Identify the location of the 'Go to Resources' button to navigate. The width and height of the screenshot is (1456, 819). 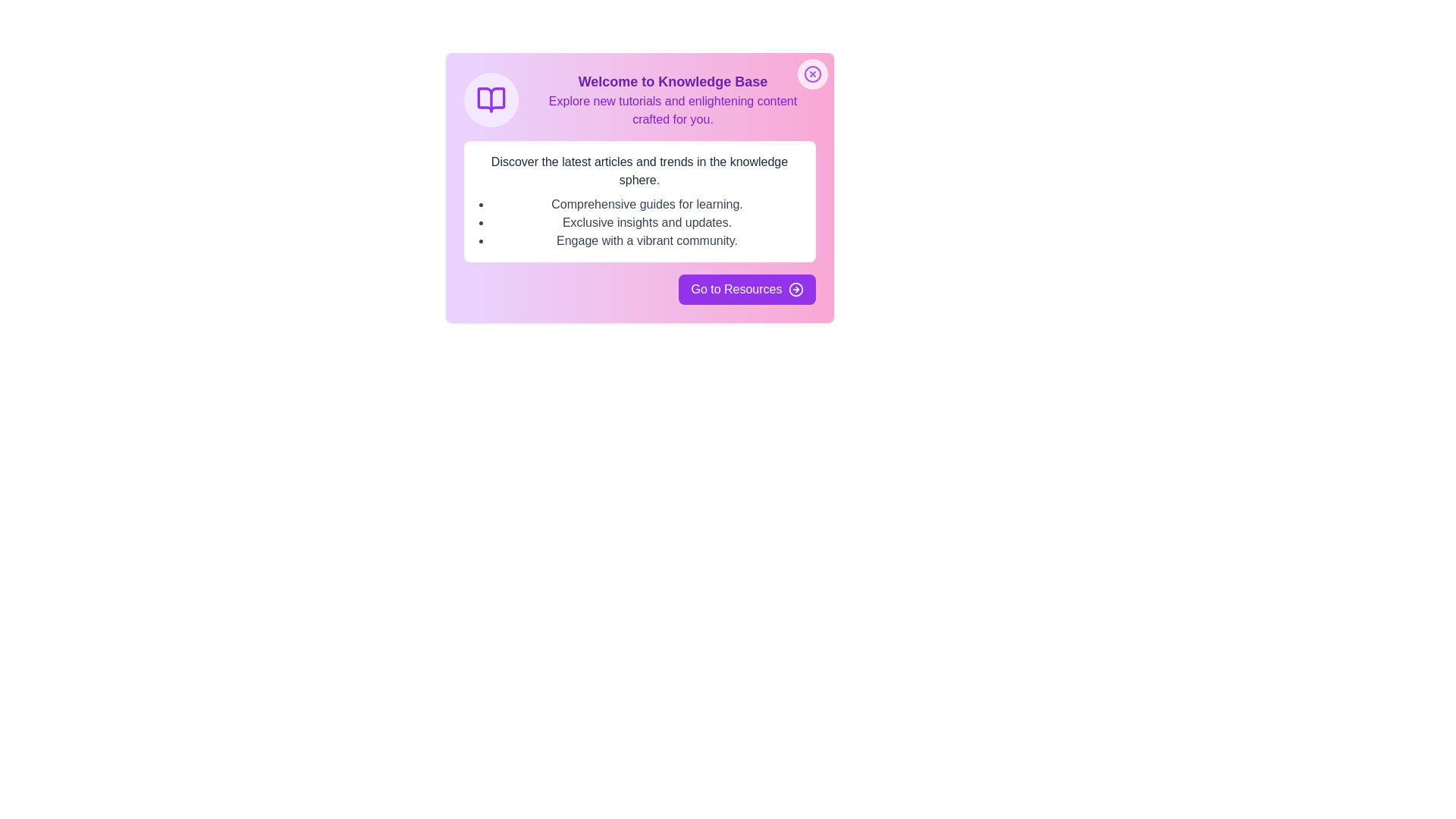
(746, 289).